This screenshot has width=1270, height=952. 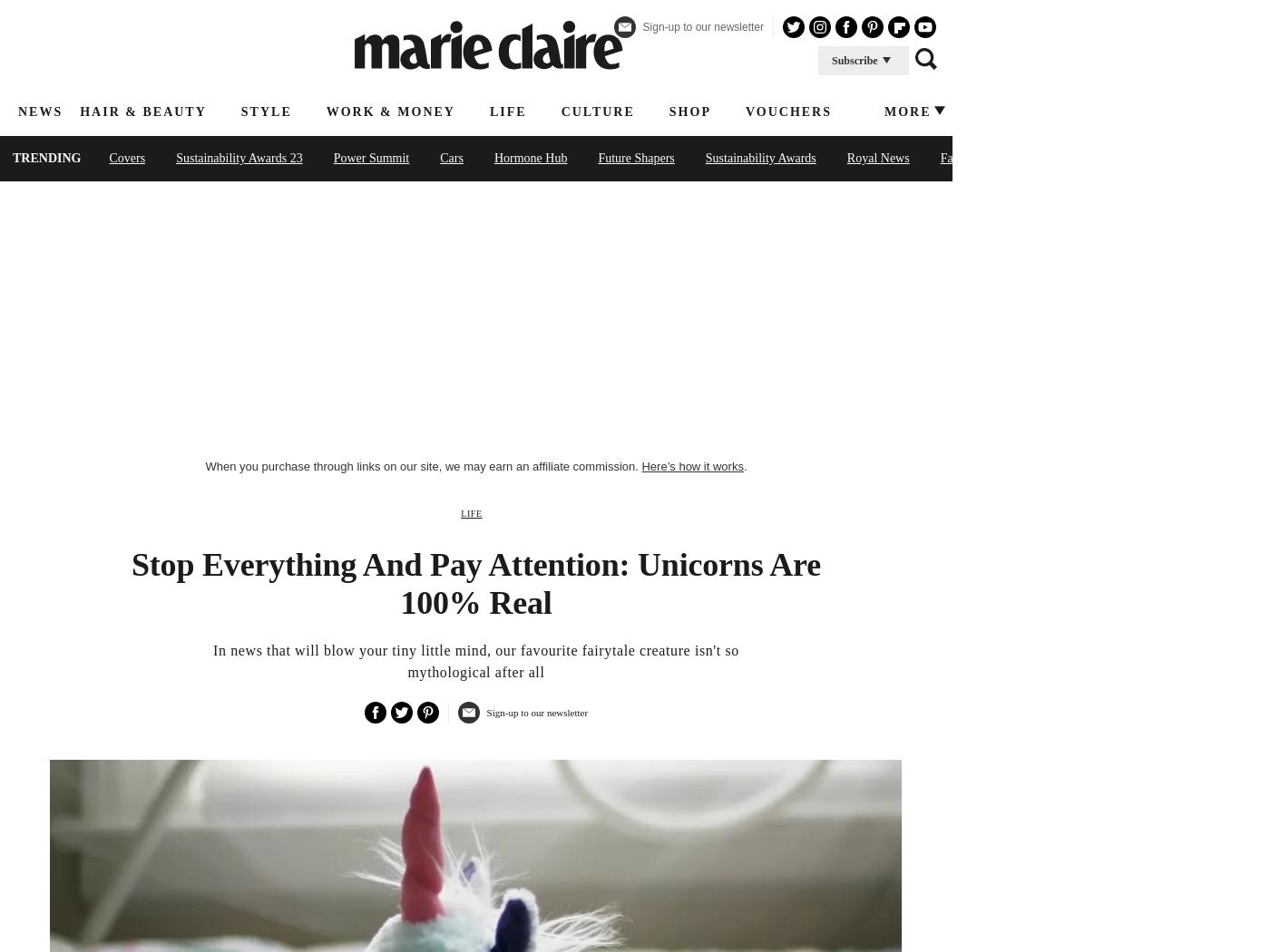 What do you see at coordinates (475, 660) in the screenshot?
I see `'In news that will blow your tiny little mind, our favourite fairytale creature isn't so mythological after all'` at bounding box center [475, 660].